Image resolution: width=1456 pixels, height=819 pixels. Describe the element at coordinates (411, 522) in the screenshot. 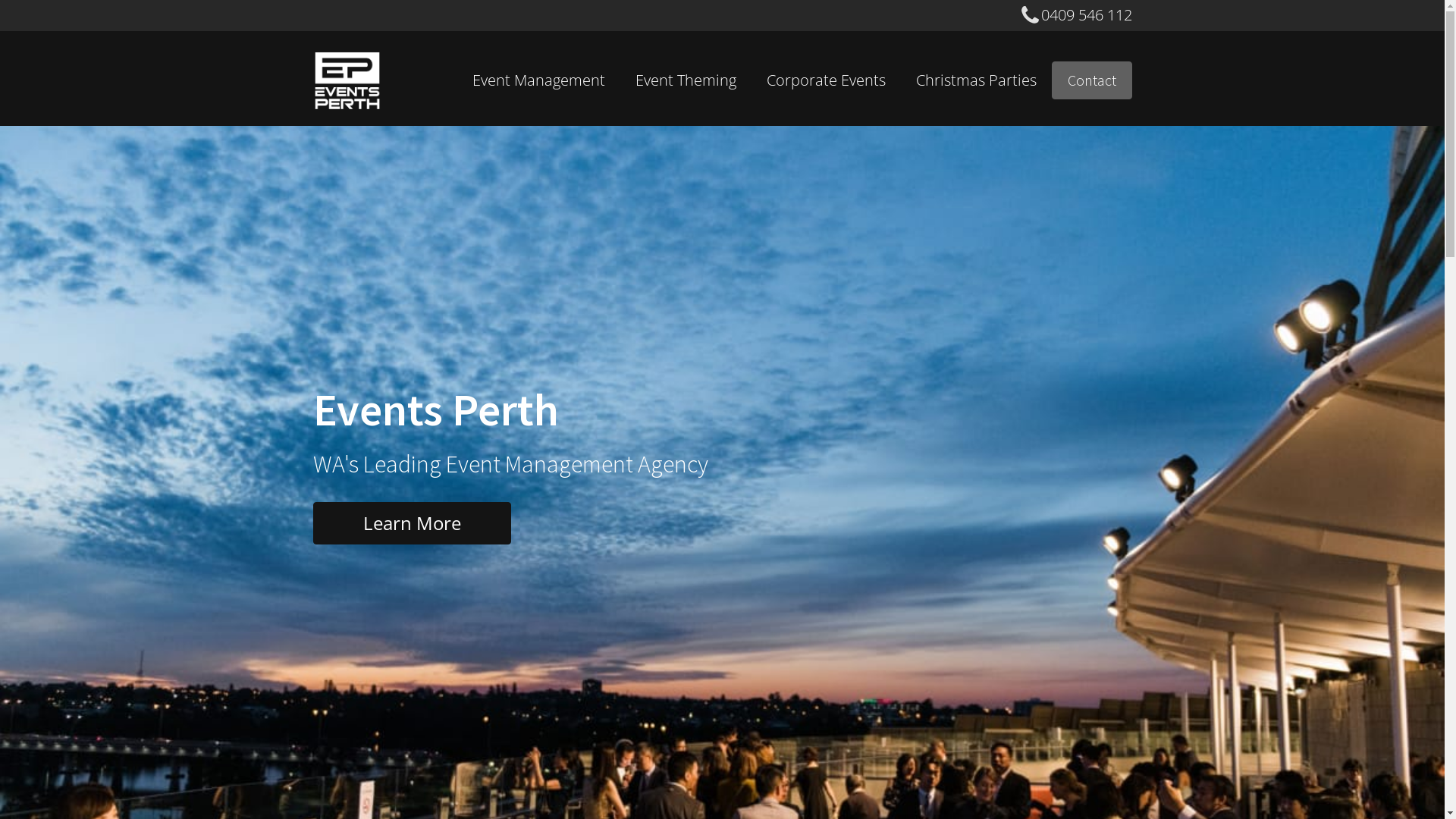

I see `'Learn More'` at that location.